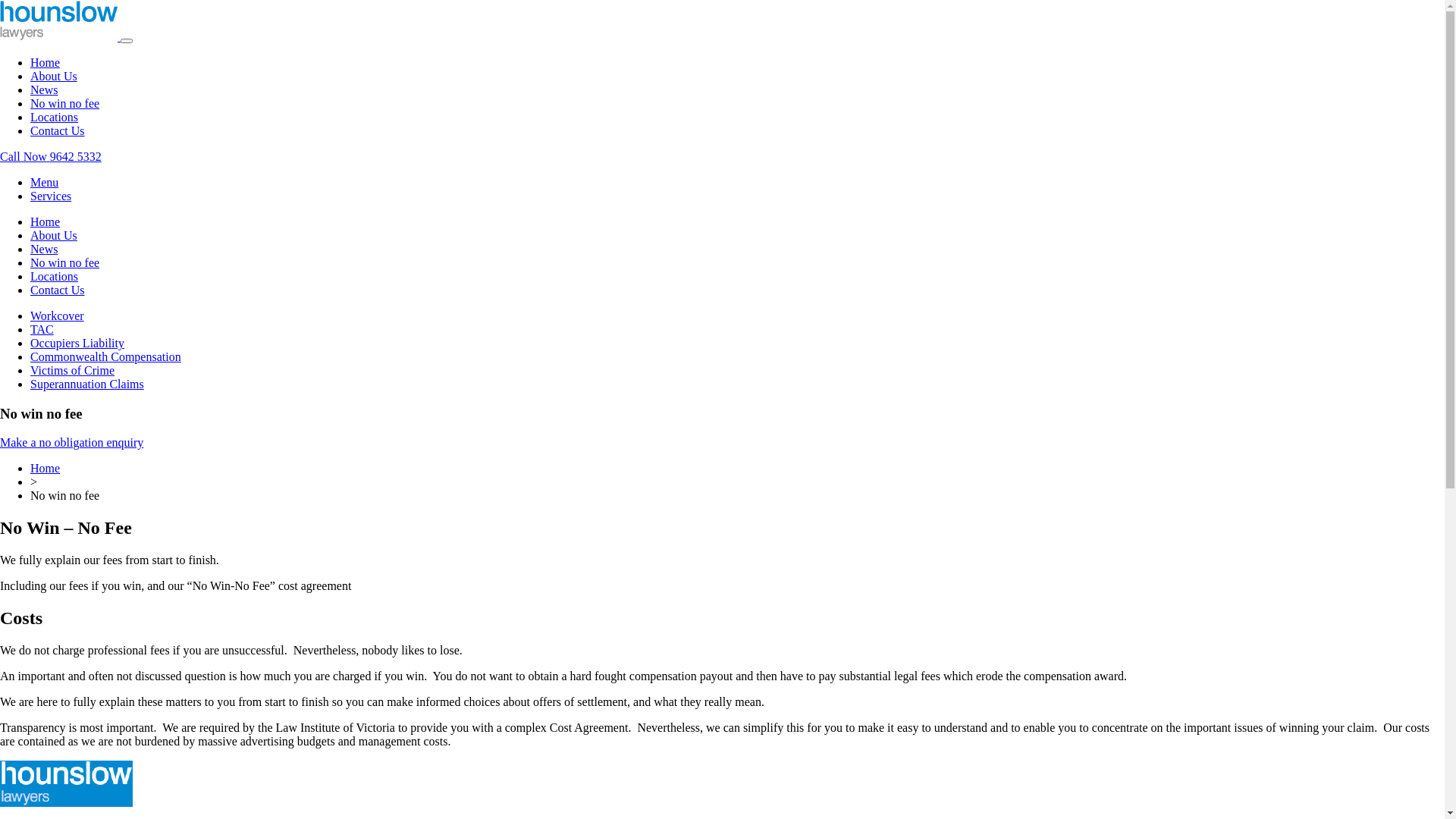  I want to click on 'TAC', so click(42, 328).